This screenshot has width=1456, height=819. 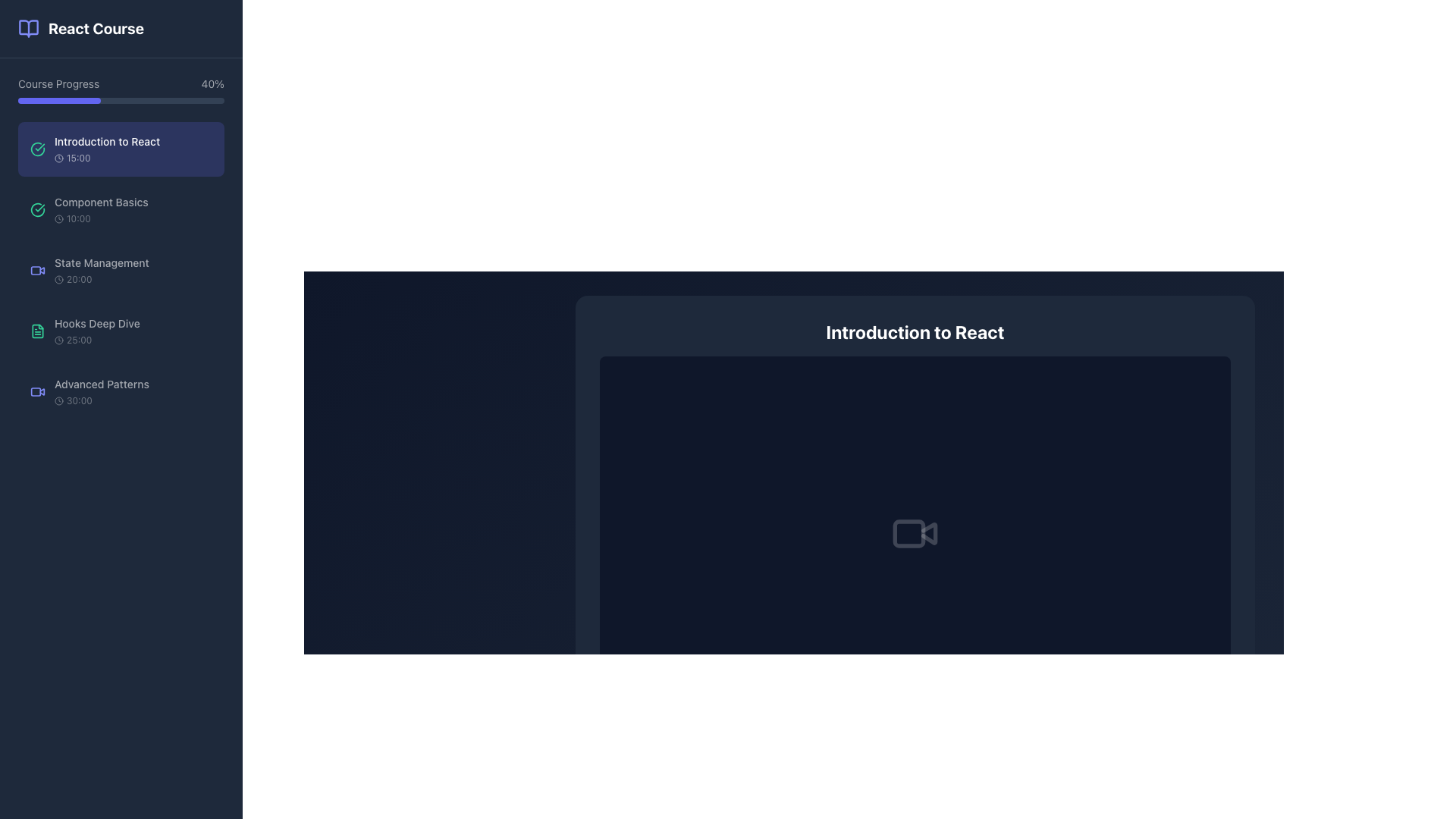 What do you see at coordinates (37, 210) in the screenshot?
I see `the status indication of the completion icon located in the sidebar, which is positioned to the left of 'Component Basics' and above '10:00'` at bounding box center [37, 210].